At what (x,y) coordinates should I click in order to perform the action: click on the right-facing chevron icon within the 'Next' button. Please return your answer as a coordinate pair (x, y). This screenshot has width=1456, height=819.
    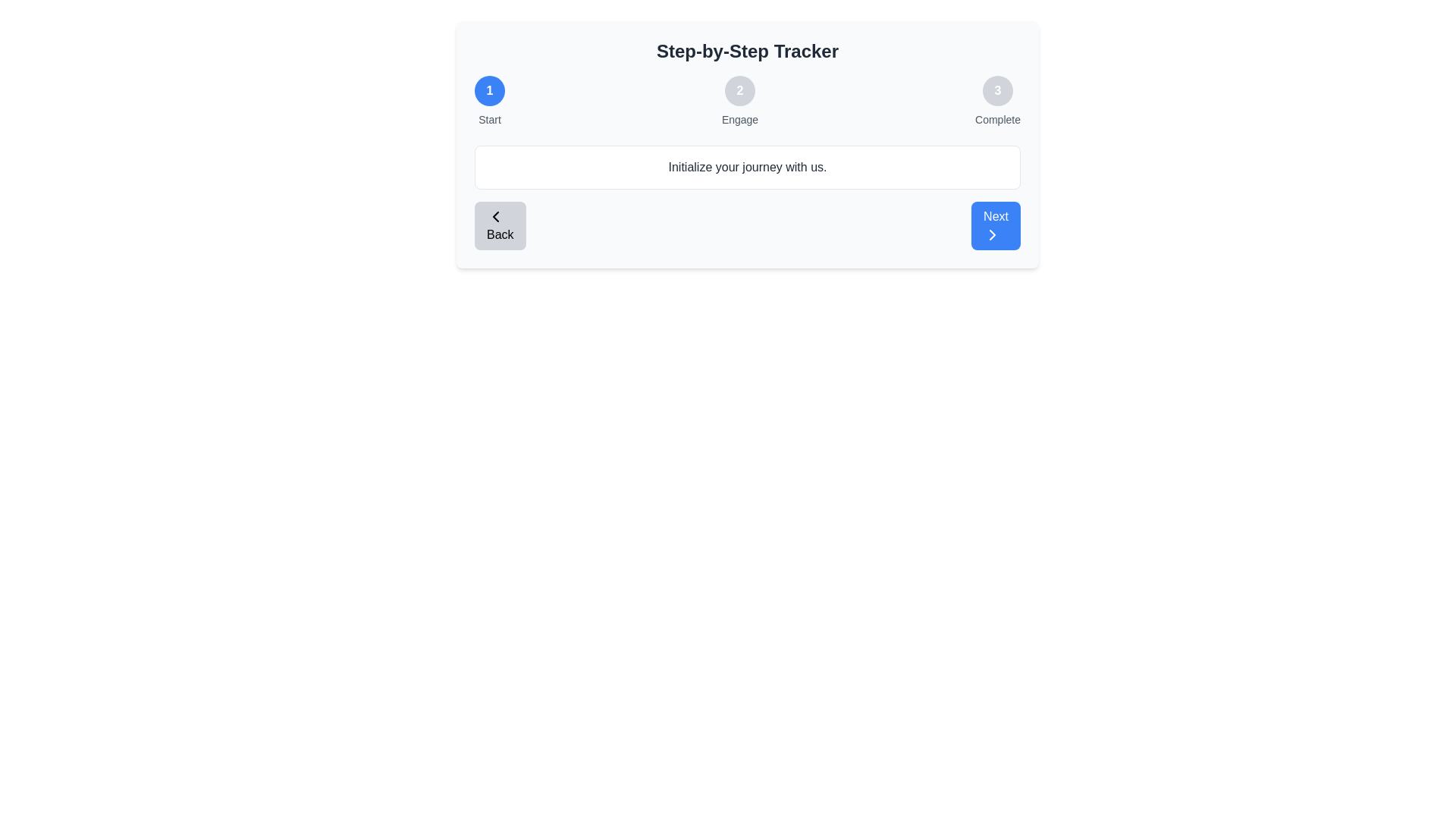
    Looking at the image, I should click on (993, 234).